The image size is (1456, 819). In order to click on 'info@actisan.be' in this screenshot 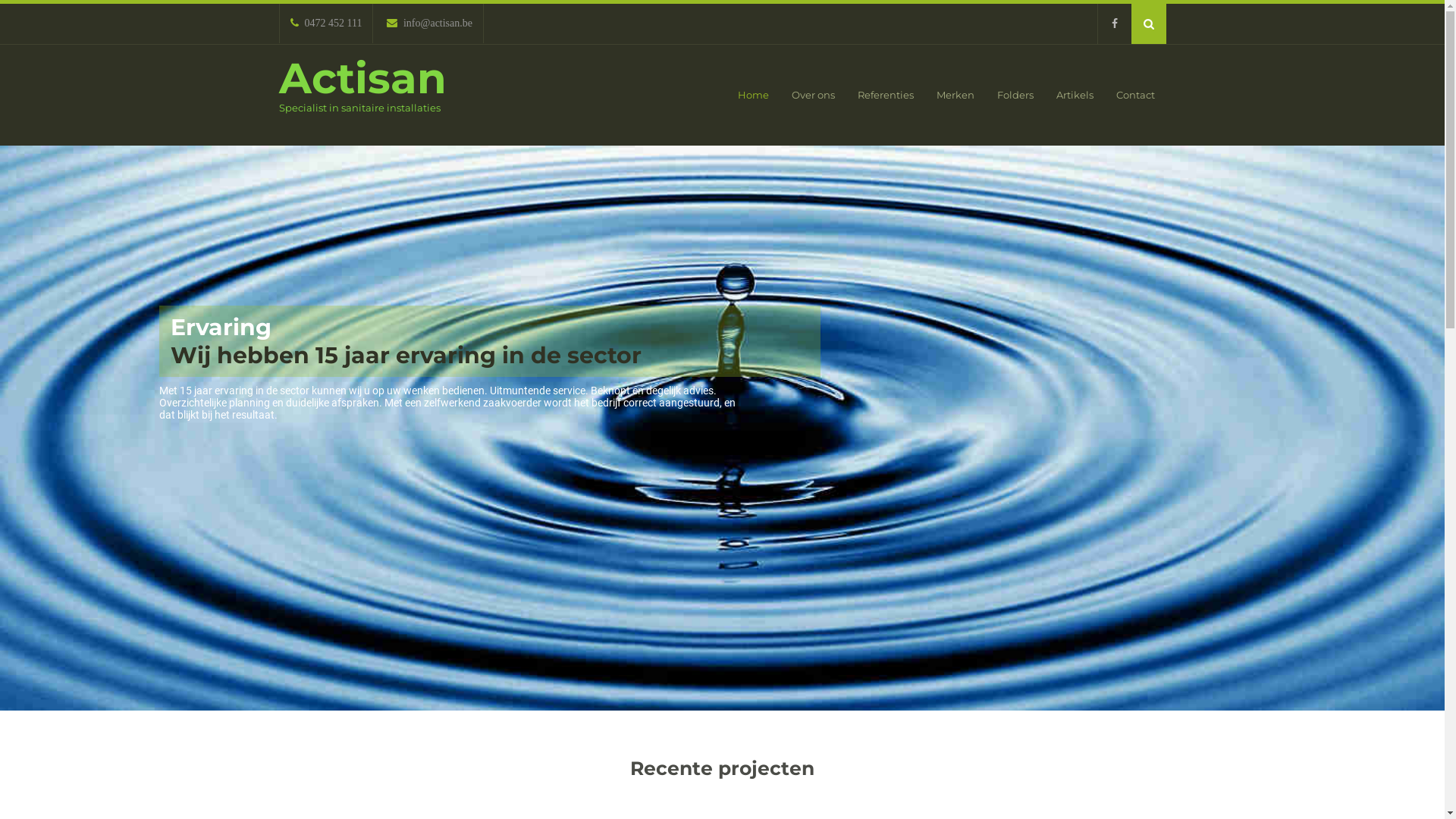, I will do `click(428, 23)`.